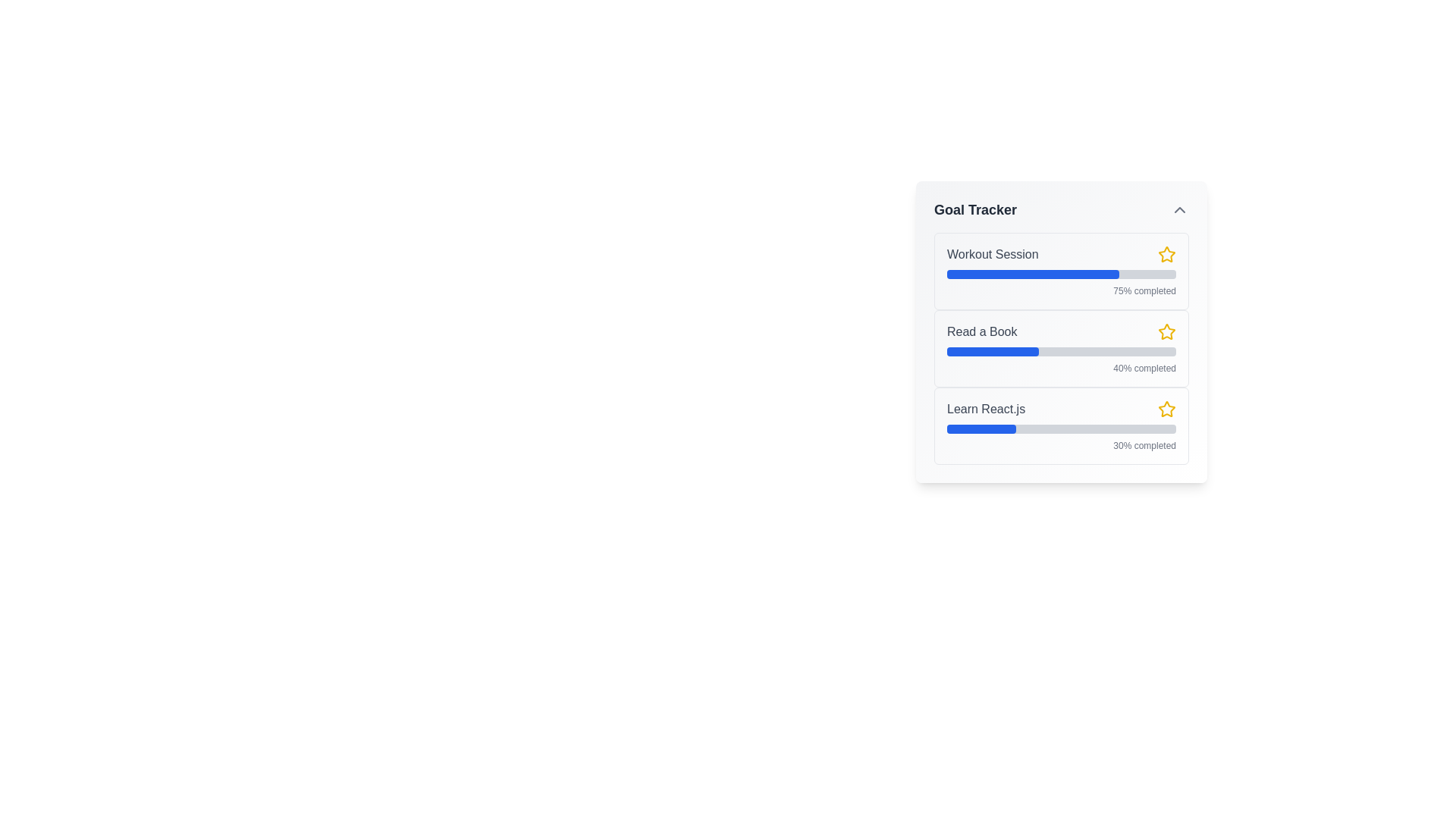  I want to click on the progress bar that visually represents the 75% completeness of the 'Workout Session' task, located below the 'Workout Session' title and above the '75% completed' text within the first goal tracking card of the 'Goal Tracker' interface, so click(1061, 275).